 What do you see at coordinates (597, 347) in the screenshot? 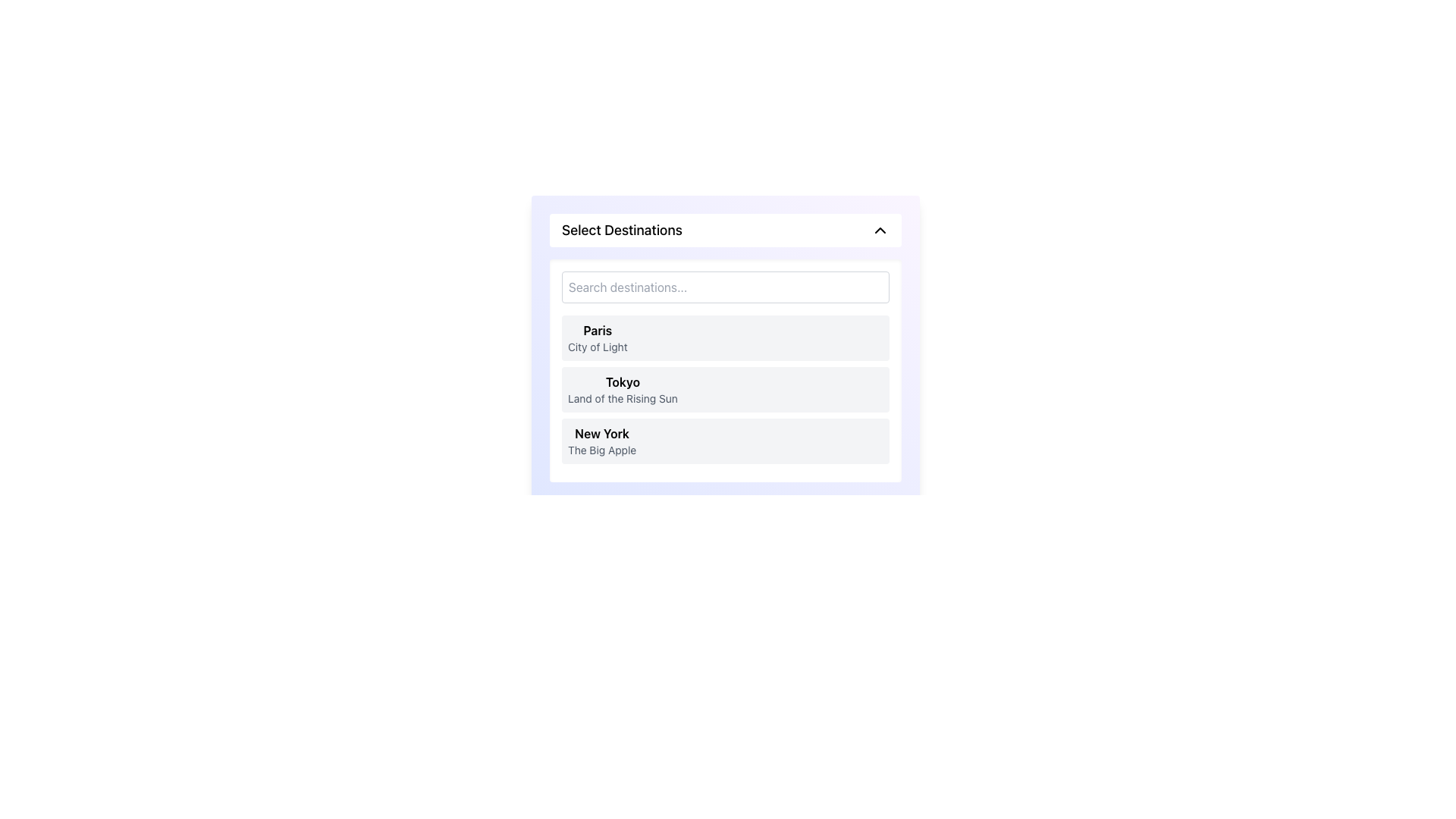
I see `the Static Text that serves as a descriptive tagline for the city of Paris, positioned below the 'Paris' text in the list item` at bounding box center [597, 347].